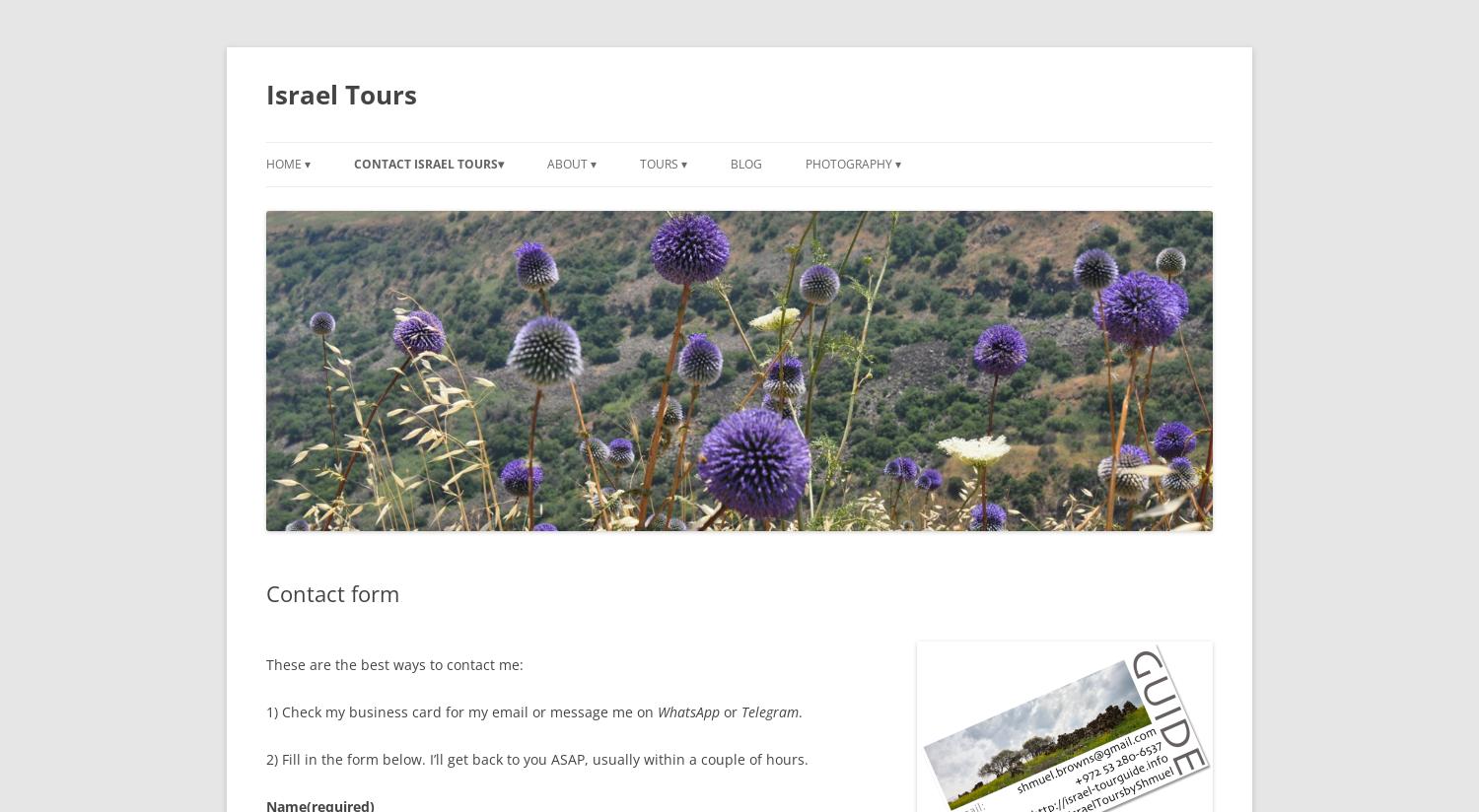 This screenshot has width=1479, height=812. I want to click on 'Contact form', so click(331, 593).